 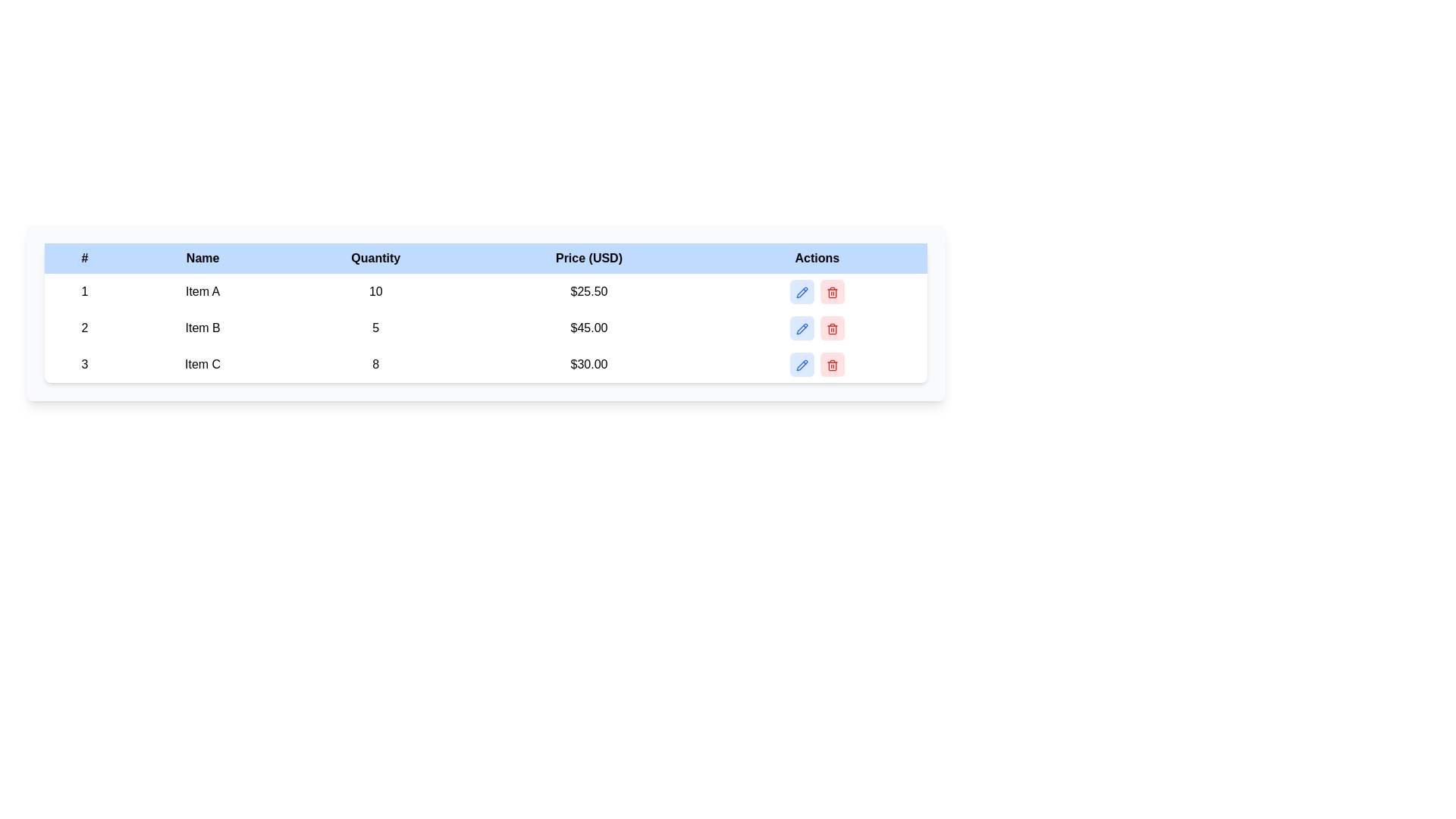 What do you see at coordinates (375, 292) in the screenshot?
I see `the text element displaying the number '10' in the 'Quantity' column of the first row of the table, positioned between the 'Name' and 'Price (USD)' columns` at bounding box center [375, 292].